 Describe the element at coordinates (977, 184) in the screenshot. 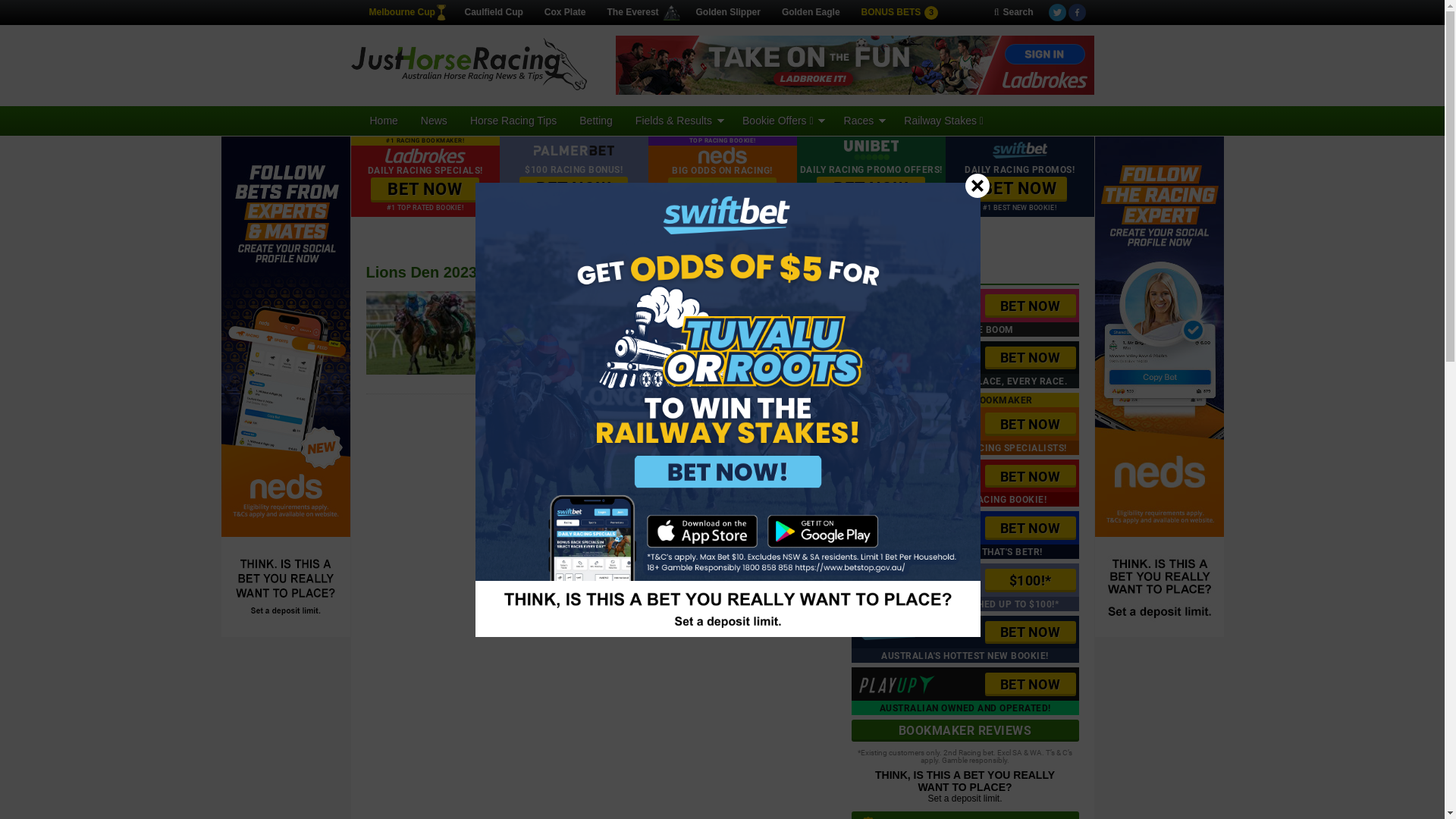

I see `'Close'` at that location.